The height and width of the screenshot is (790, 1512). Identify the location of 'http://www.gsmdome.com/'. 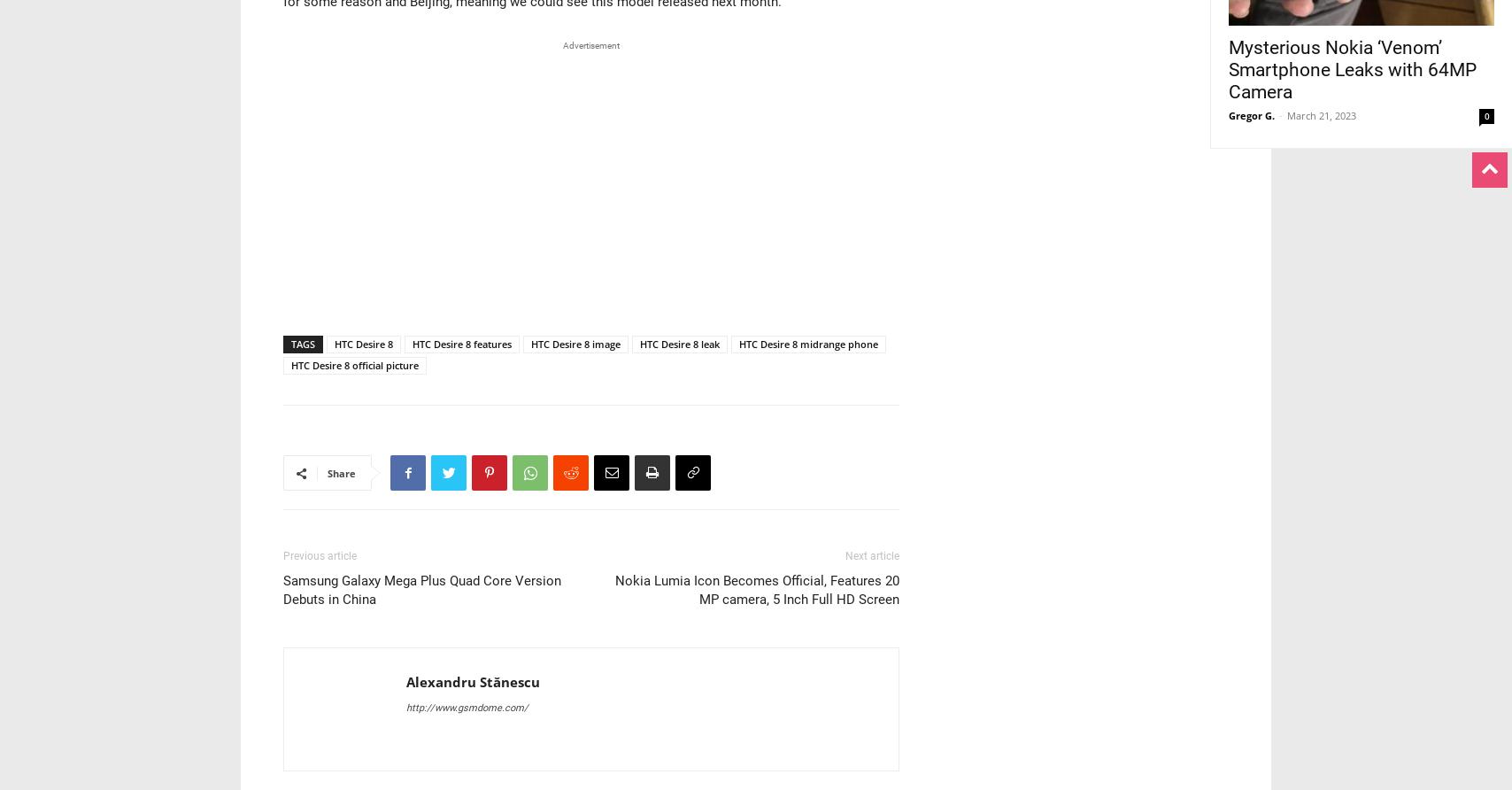
(467, 707).